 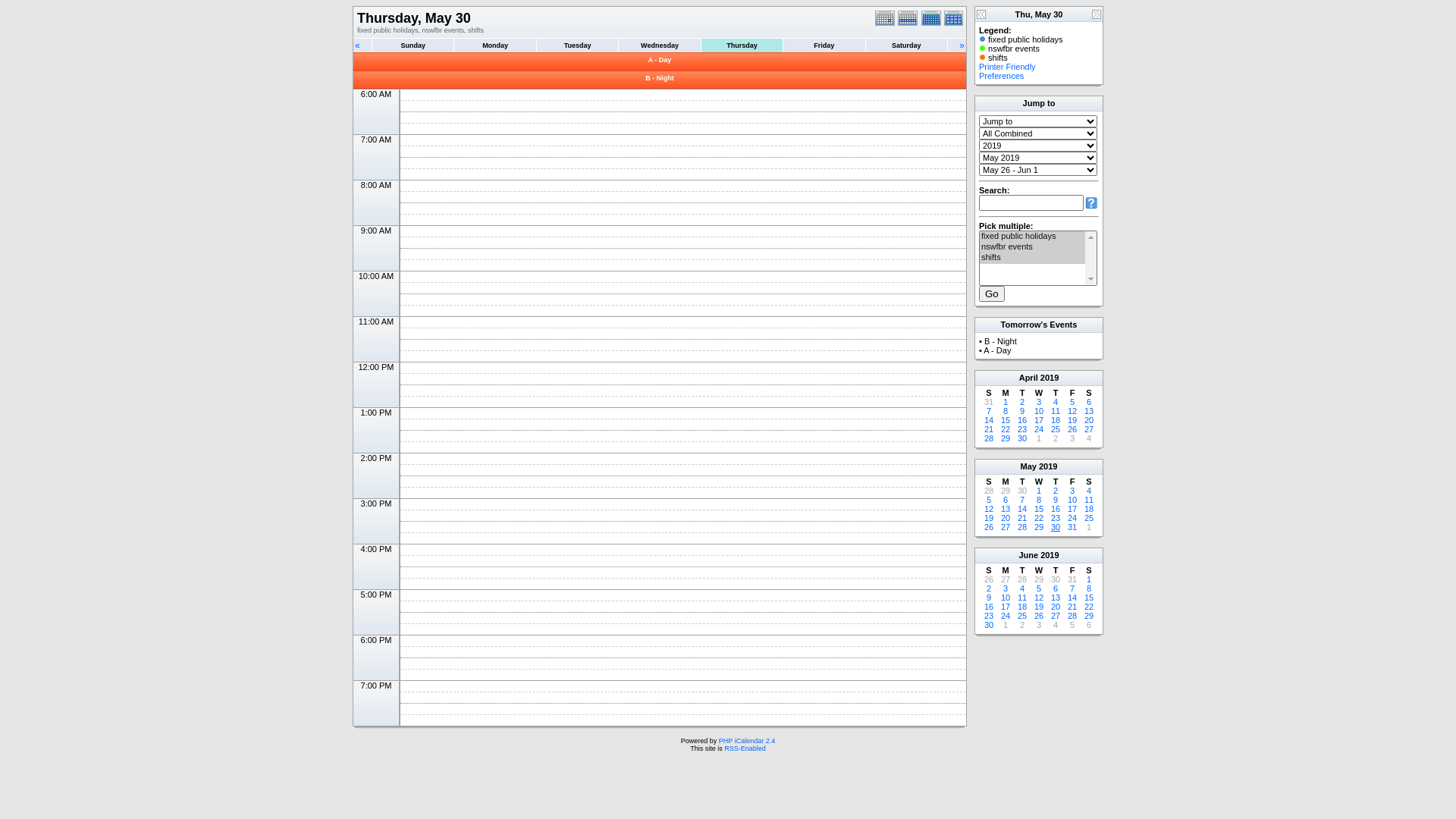 What do you see at coordinates (1019, 500) in the screenshot?
I see `'7'` at bounding box center [1019, 500].